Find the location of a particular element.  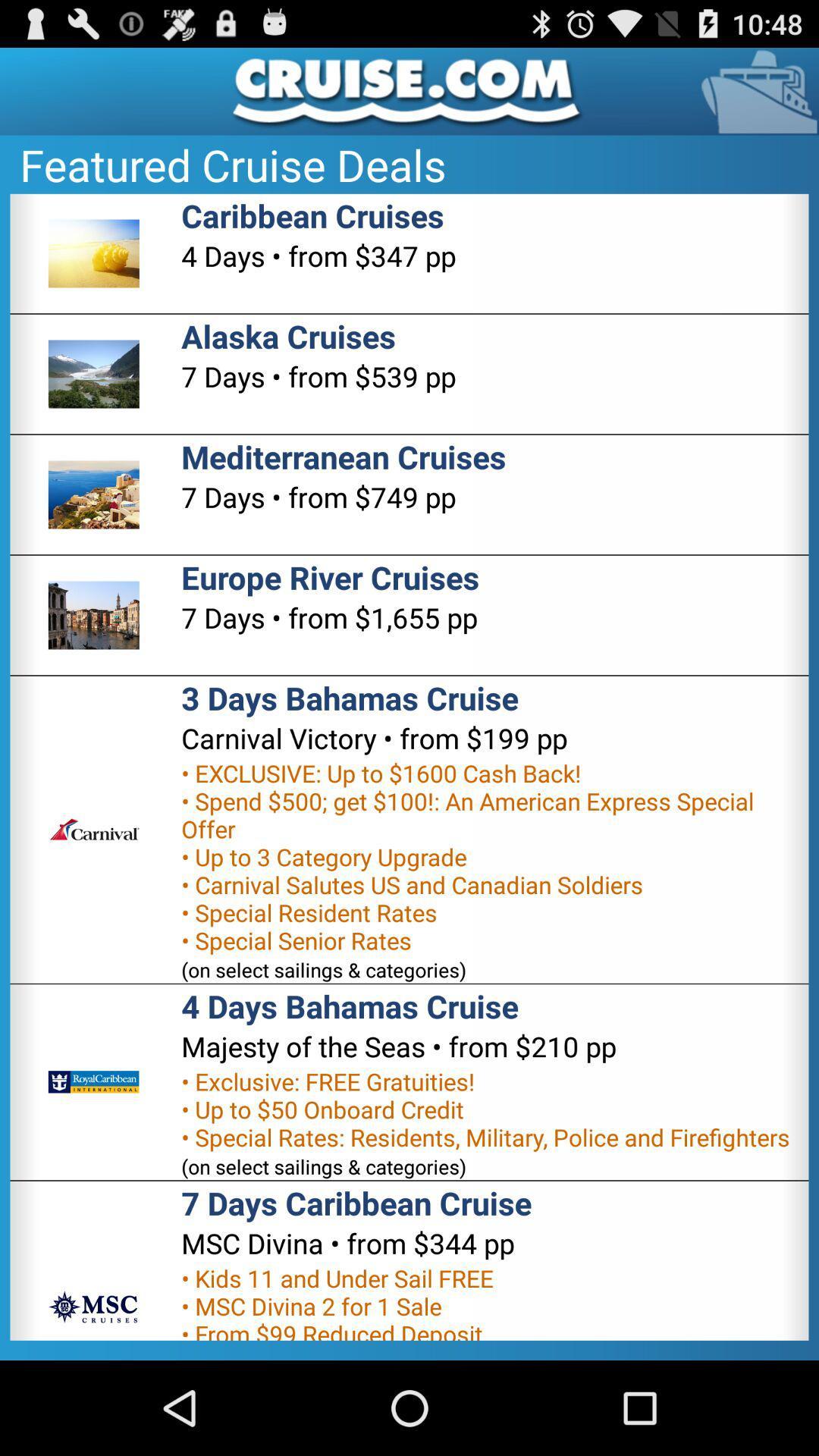

europe river cruises is located at coordinates (329, 576).